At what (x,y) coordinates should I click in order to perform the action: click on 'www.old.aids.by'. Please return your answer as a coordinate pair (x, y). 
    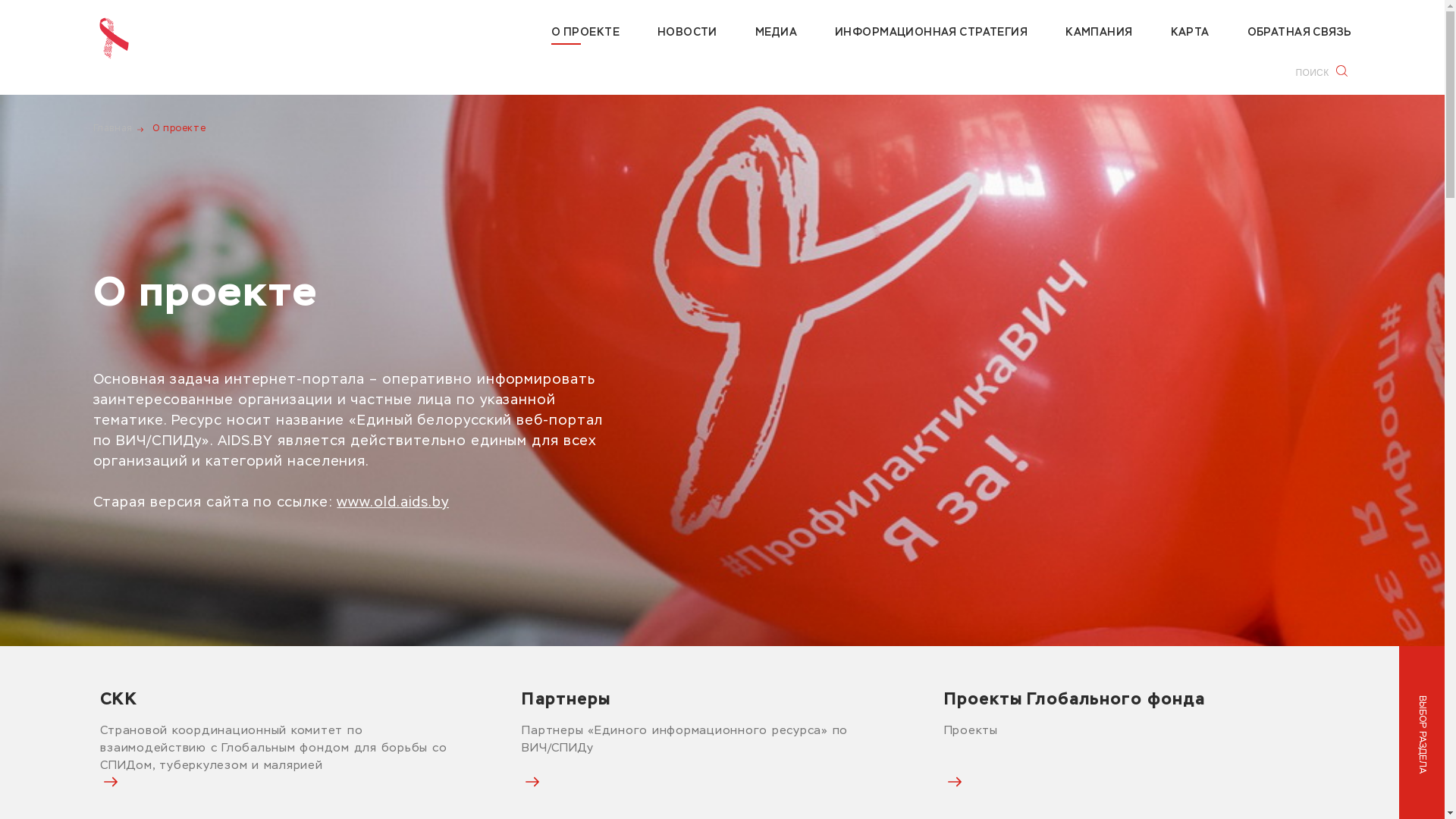
    Looking at the image, I should click on (393, 503).